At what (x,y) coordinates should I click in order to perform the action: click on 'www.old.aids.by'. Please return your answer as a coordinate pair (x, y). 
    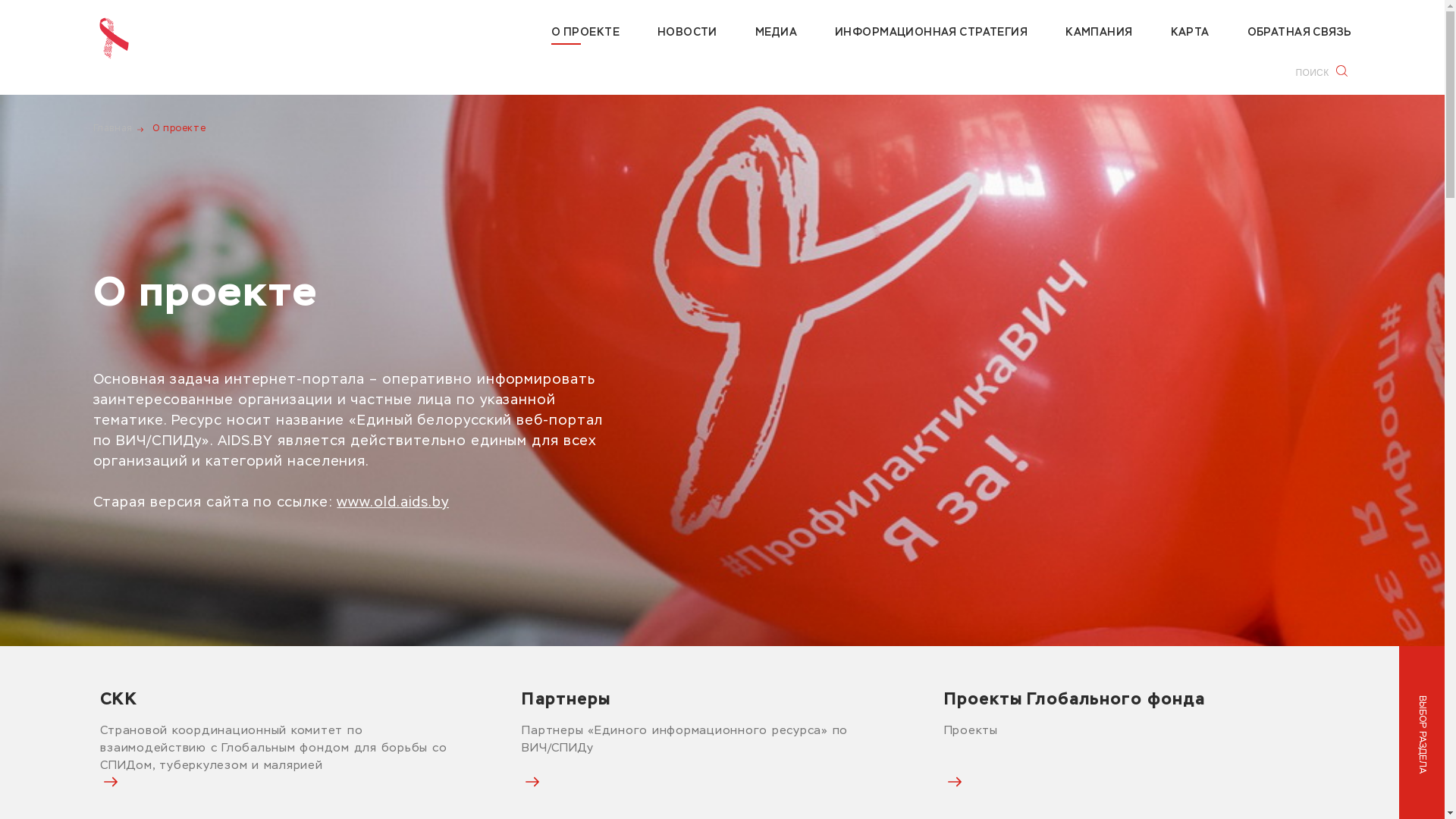
    Looking at the image, I should click on (393, 503).